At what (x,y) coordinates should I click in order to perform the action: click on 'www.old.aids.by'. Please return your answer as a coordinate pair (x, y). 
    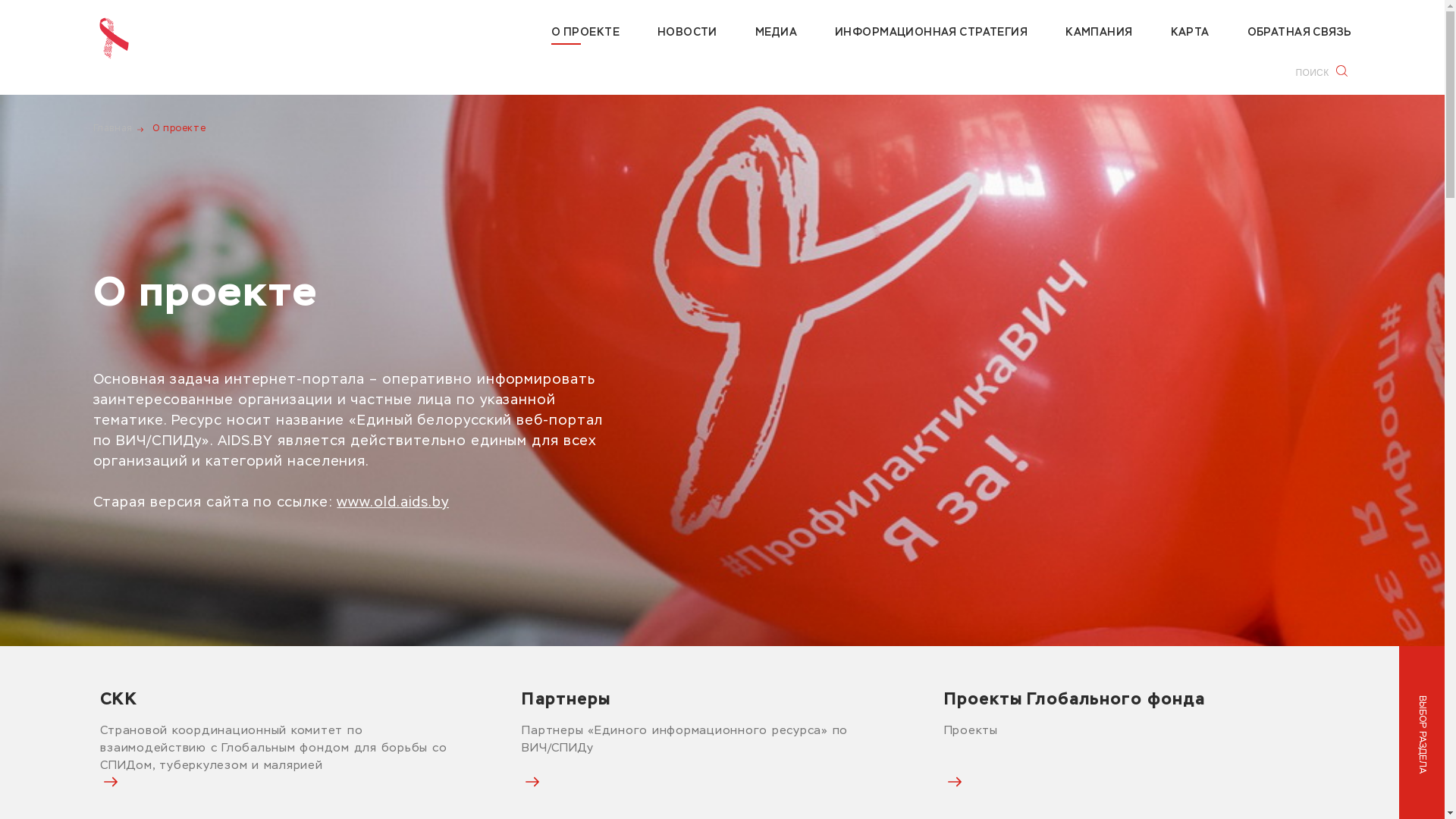
    Looking at the image, I should click on (393, 503).